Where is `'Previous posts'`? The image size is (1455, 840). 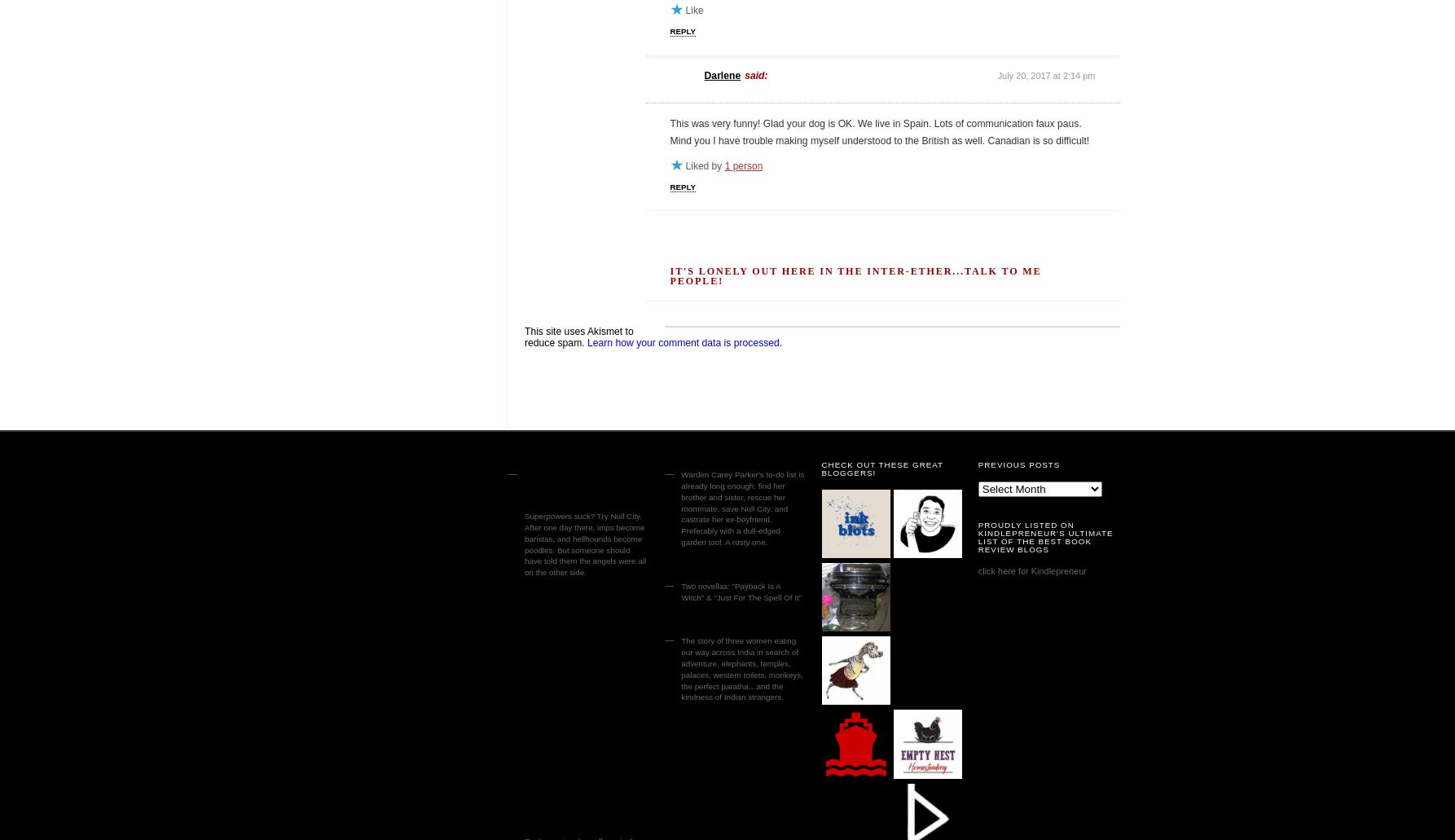 'Previous posts' is located at coordinates (978, 464).